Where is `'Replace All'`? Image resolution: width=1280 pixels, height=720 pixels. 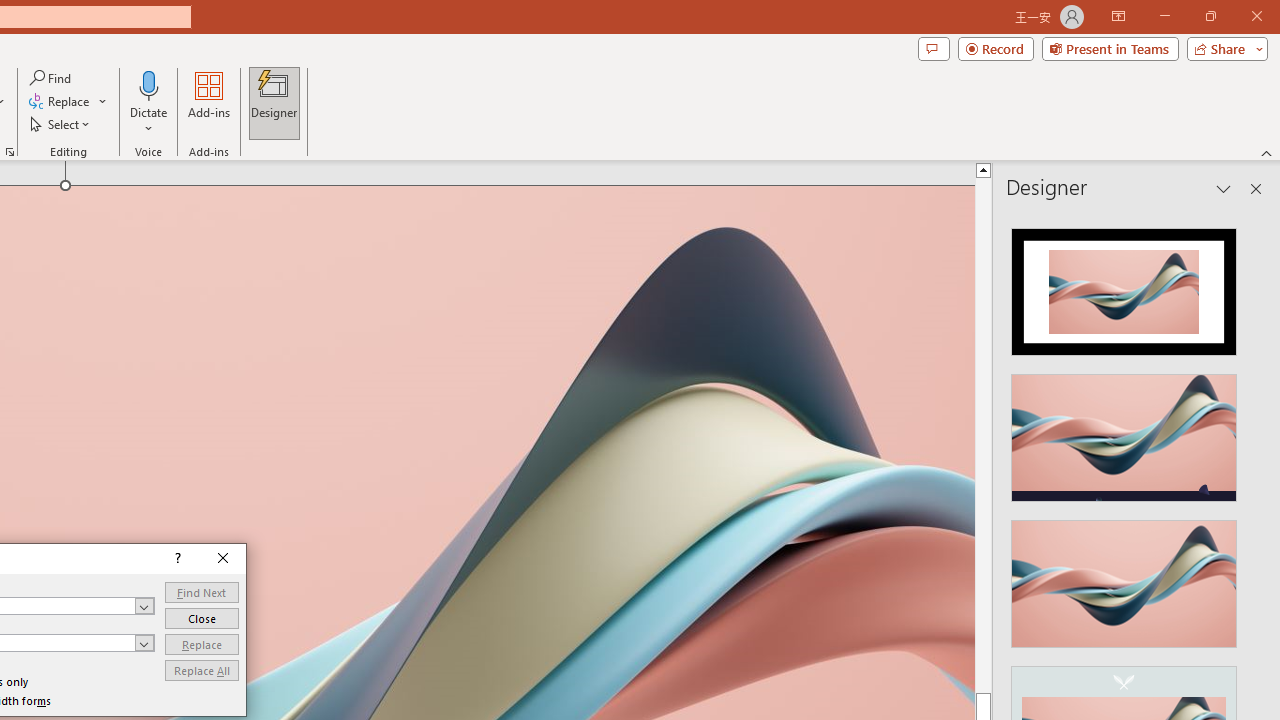 'Replace All' is located at coordinates (202, 670).